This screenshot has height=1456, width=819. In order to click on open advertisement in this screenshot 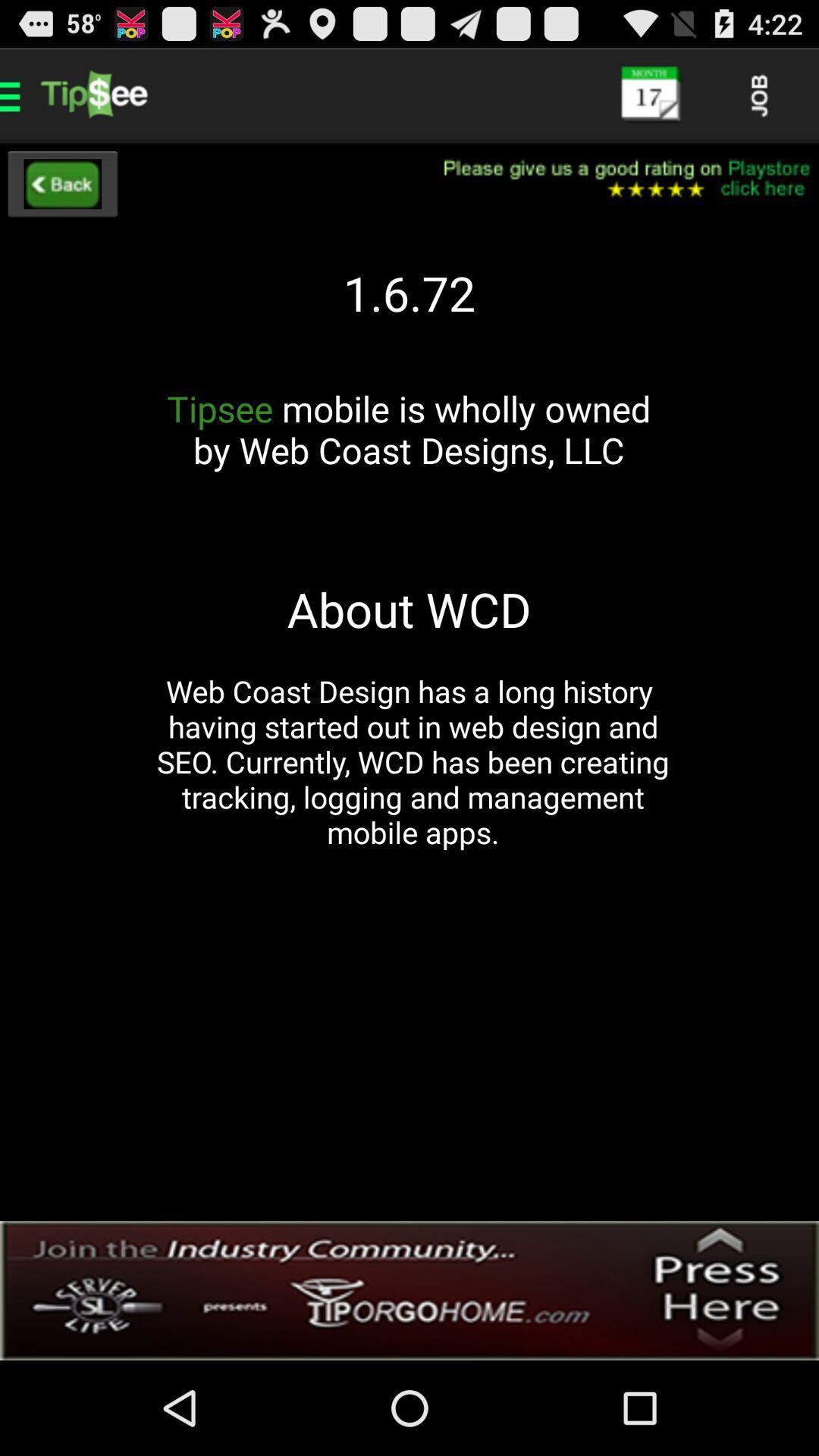, I will do `click(409, 1290)`.